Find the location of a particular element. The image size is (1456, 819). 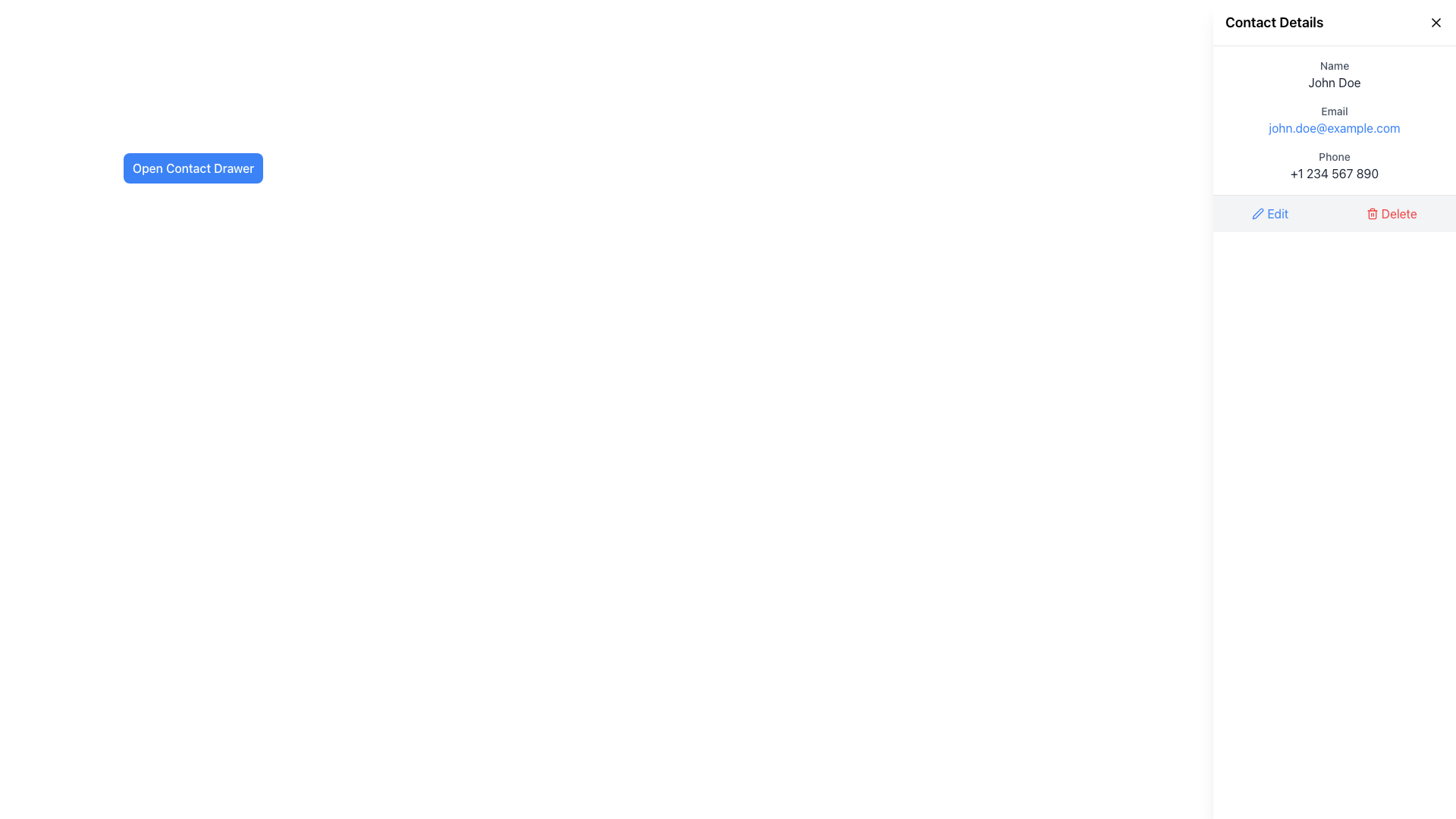

the 'Phone' text label, which is located in the right-side 'Contact Details' panel, above the phone number '+1 234 567 890' is located at coordinates (1335, 157).